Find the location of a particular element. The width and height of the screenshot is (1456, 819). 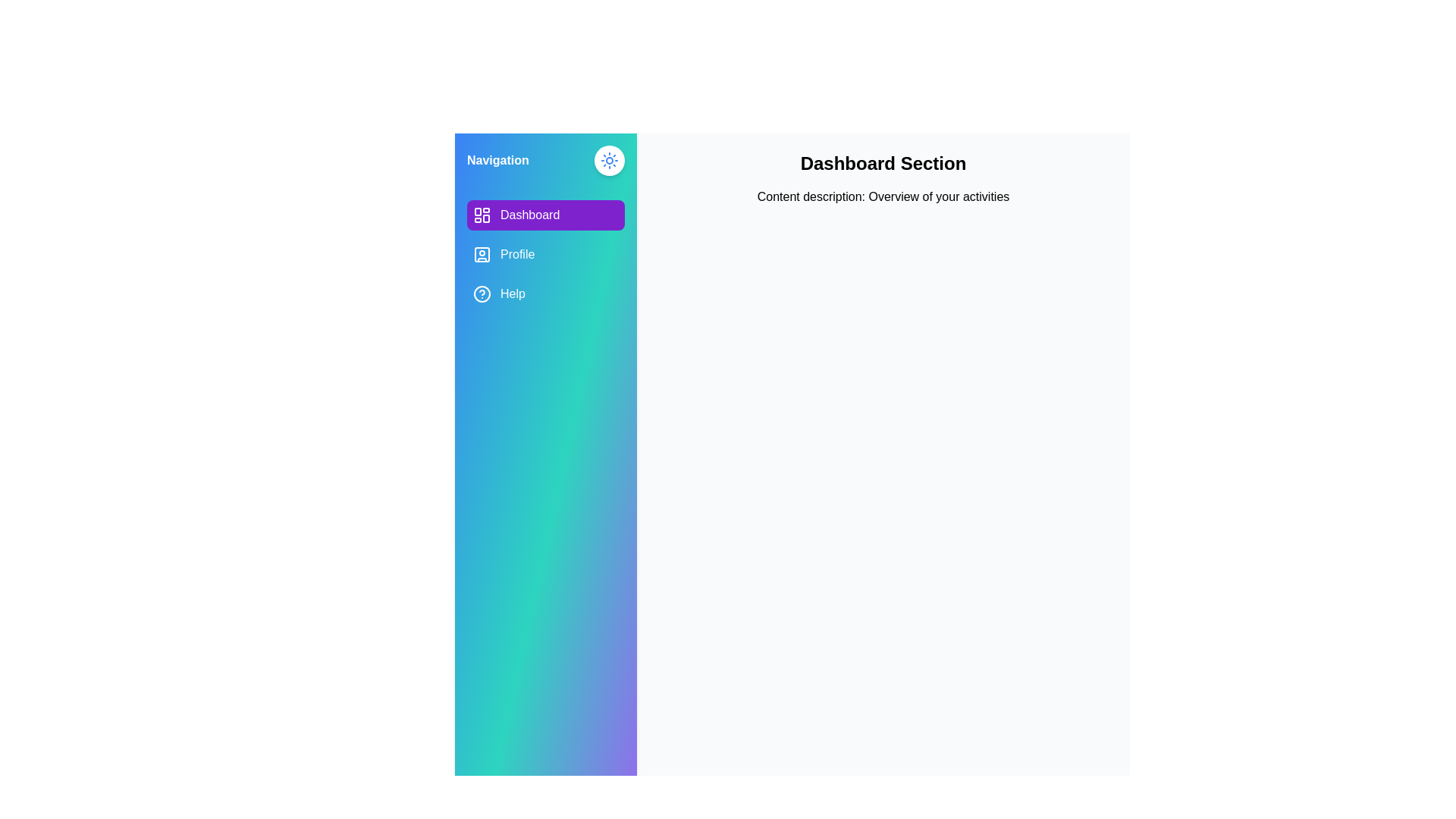

the Profile tab from the navigation menu is located at coordinates (546, 253).